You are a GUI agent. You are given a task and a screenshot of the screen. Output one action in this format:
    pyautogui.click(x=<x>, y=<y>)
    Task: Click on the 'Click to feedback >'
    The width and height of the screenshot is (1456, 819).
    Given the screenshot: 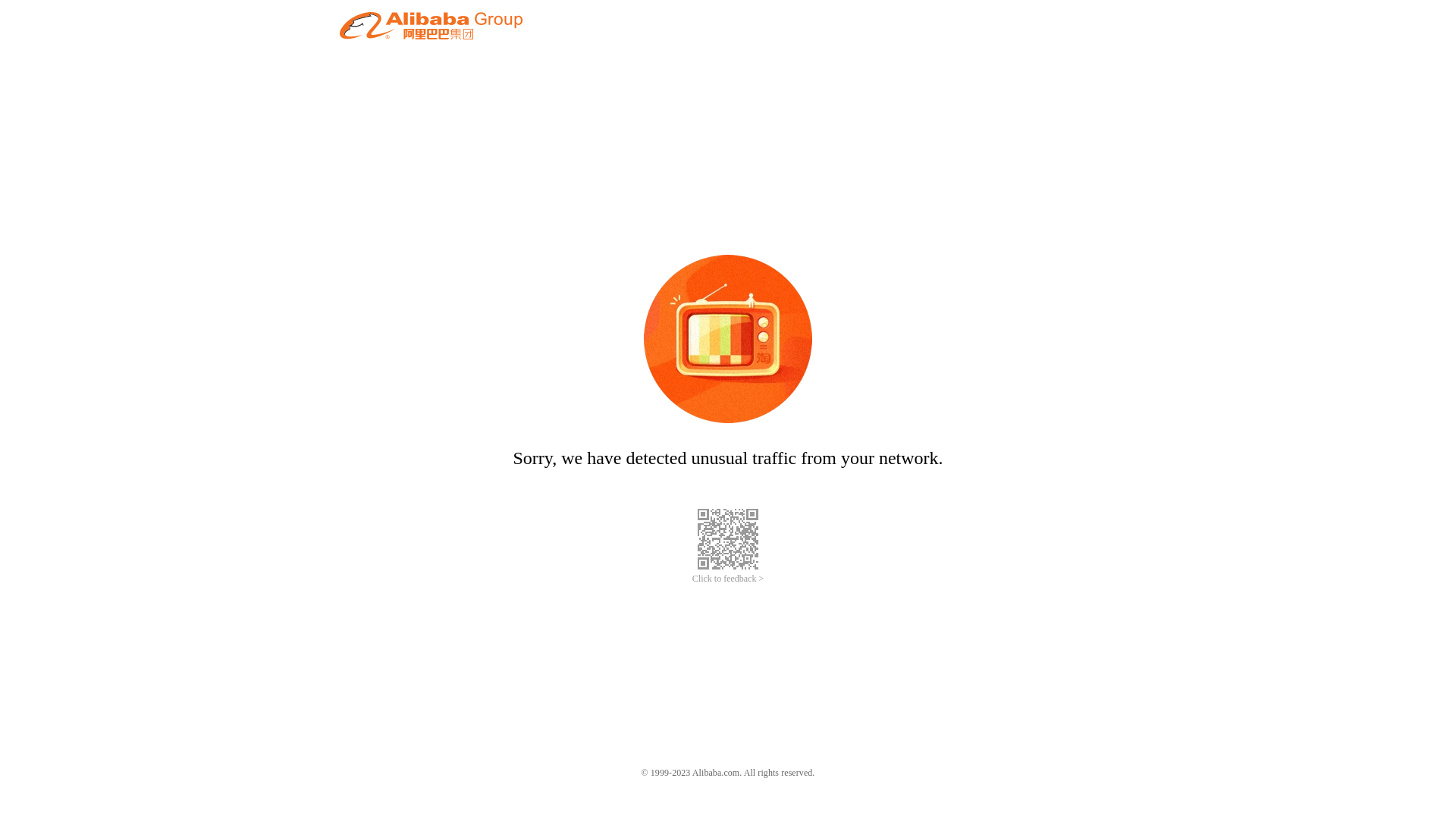 What is the action you would take?
    pyautogui.click(x=728, y=579)
    